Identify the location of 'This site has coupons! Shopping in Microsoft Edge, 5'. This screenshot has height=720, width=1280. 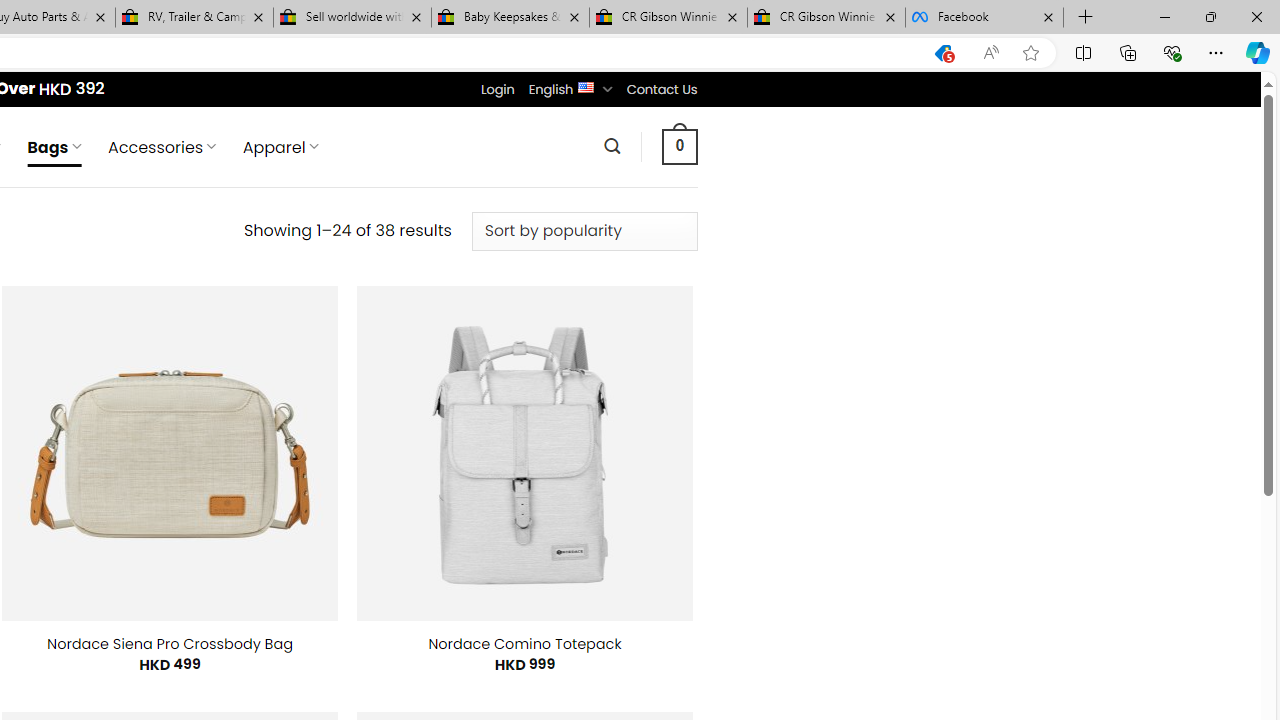
(942, 52).